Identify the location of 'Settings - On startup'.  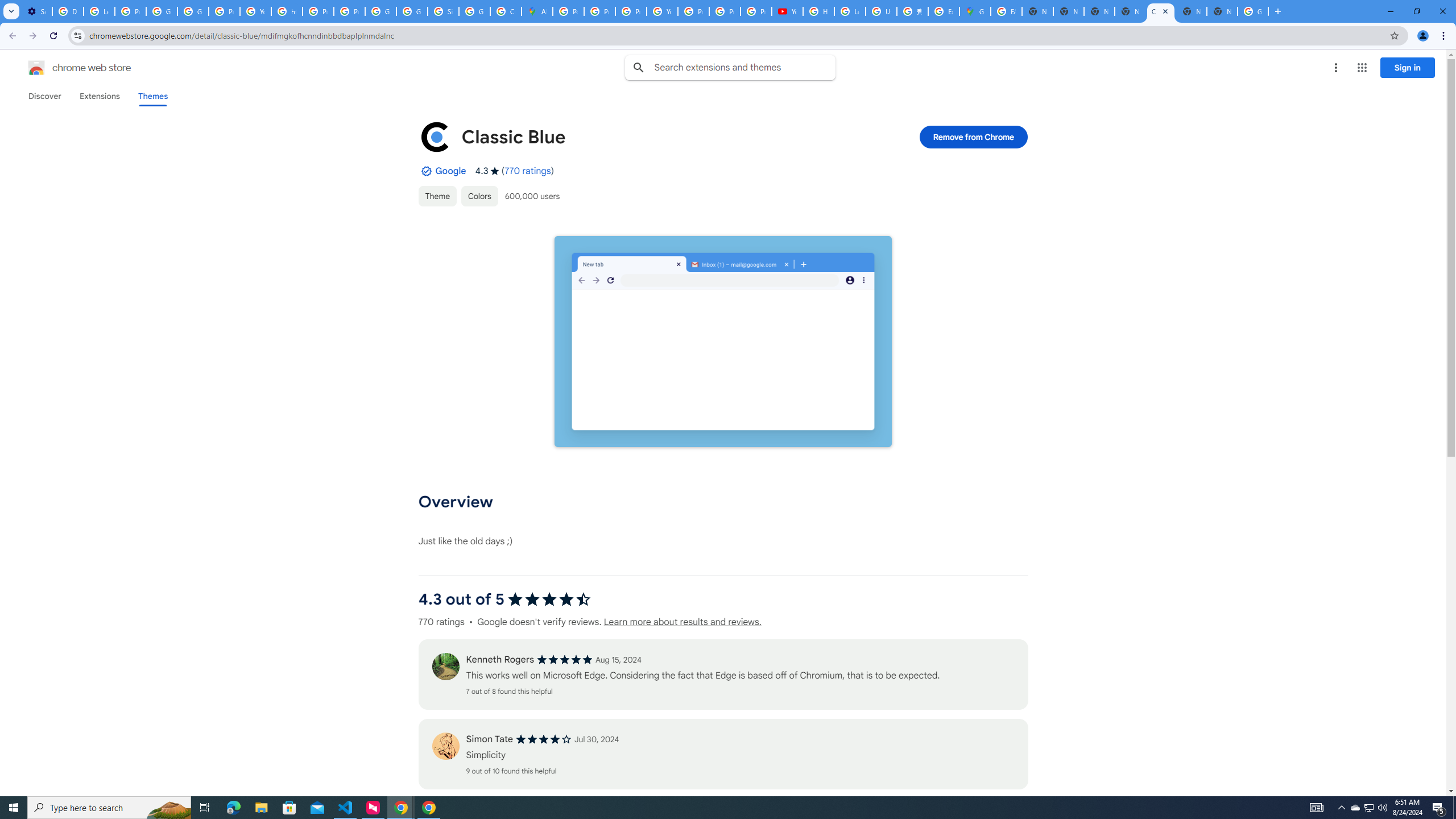
(36, 11).